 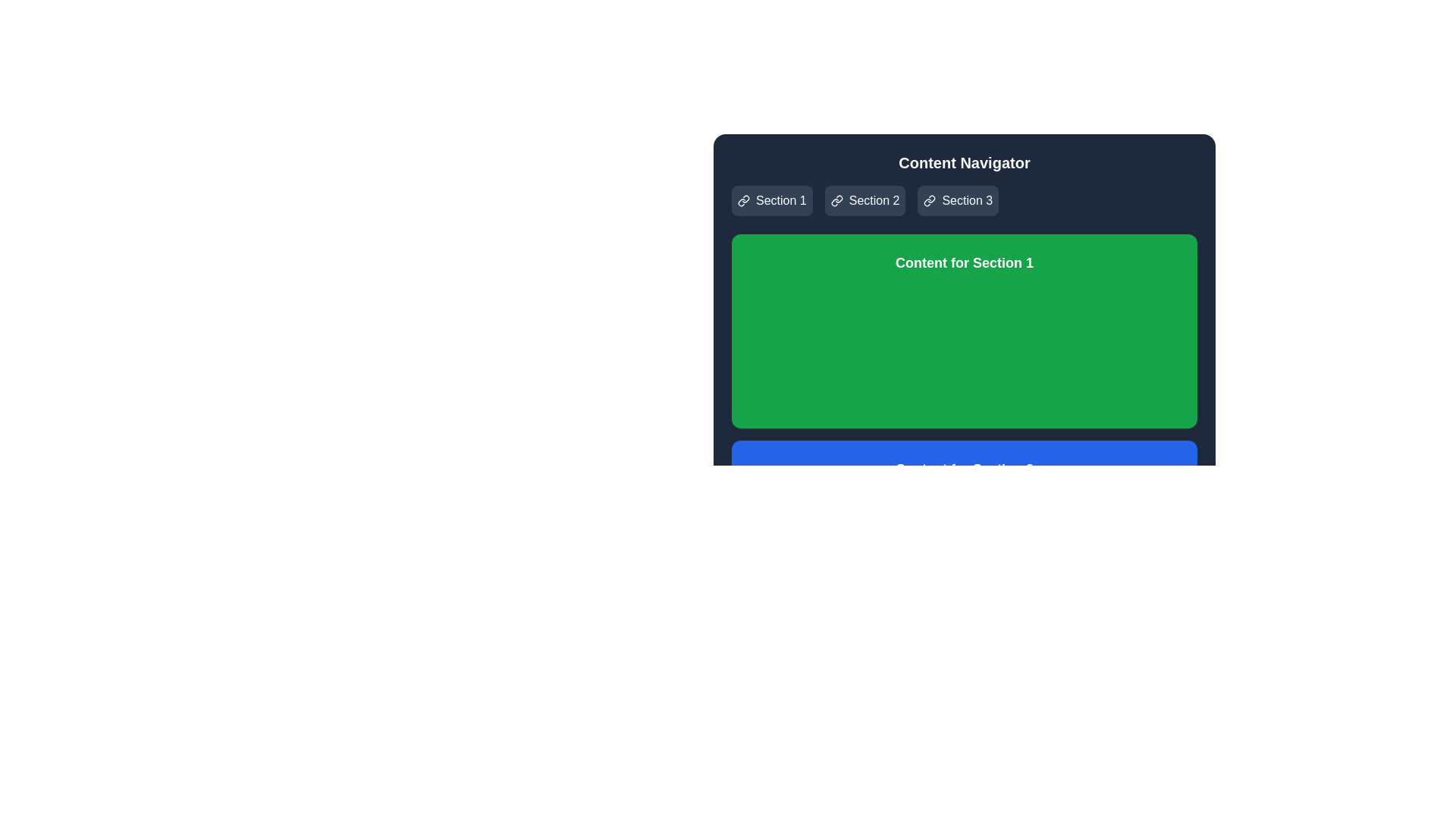 What do you see at coordinates (964, 200) in the screenshot?
I see `the navigation link labeled 'Section 3'` at bounding box center [964, 200].